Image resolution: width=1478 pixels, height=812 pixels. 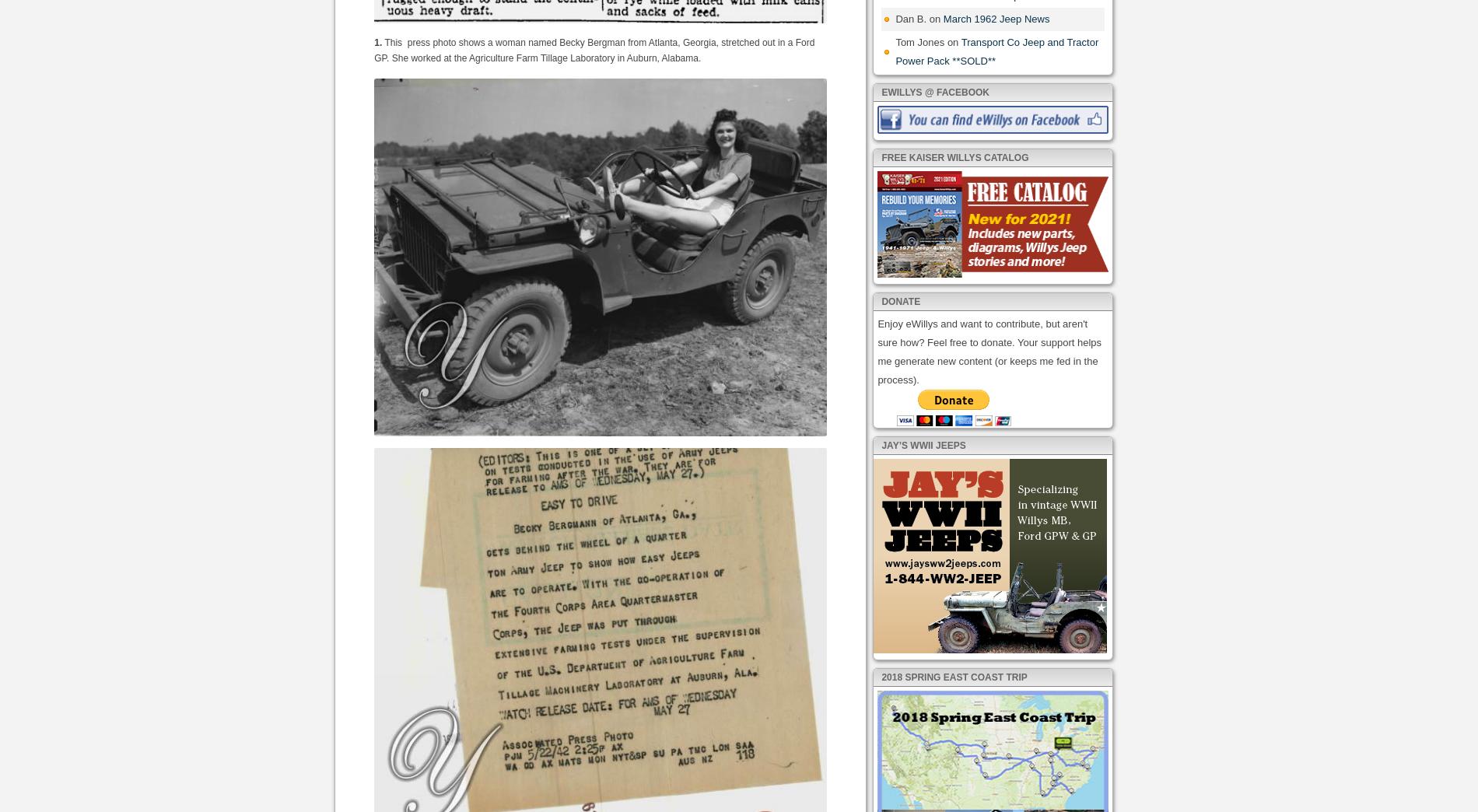 I want to click on '2018 Spring East Coast Trip', so click(x=953, y=677).